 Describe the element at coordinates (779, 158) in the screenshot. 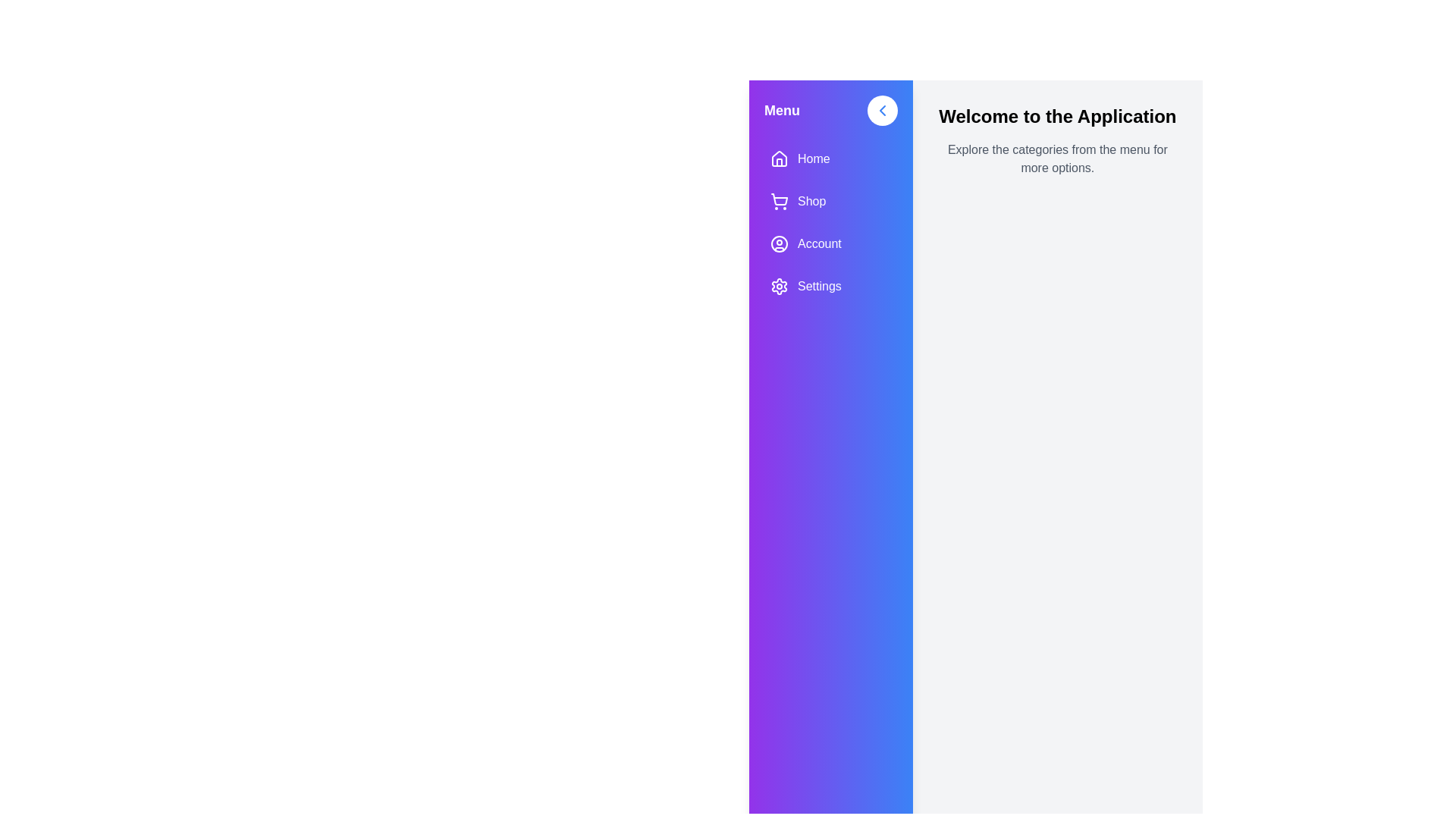

I see `the 'Home' SVG icon located in the left-side menu panel, positioned directly above the text 'Home'` at that location.